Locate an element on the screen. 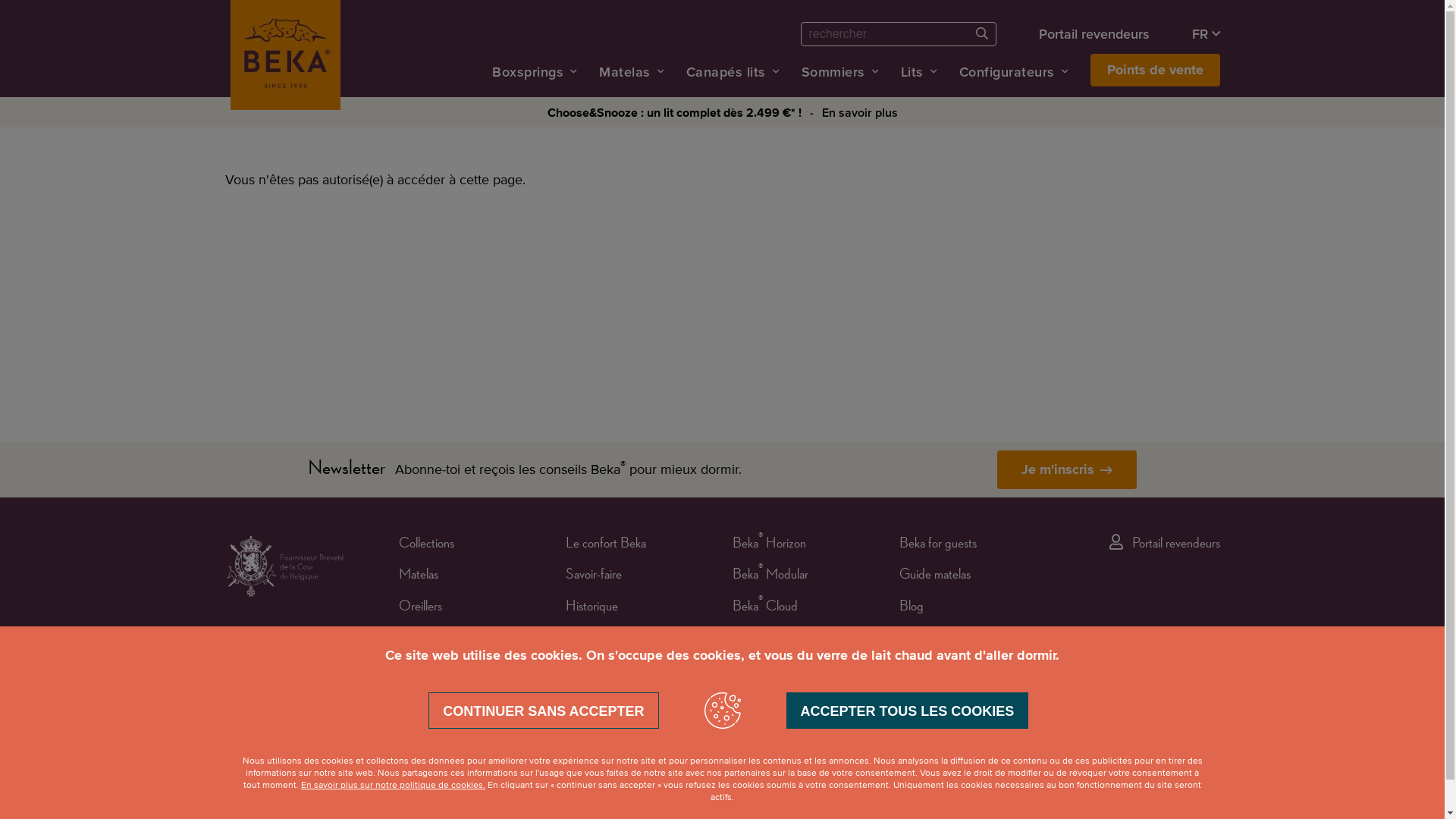  'En savoir plus sur notre politique de cookies.' is located at coordinates (393, 785).